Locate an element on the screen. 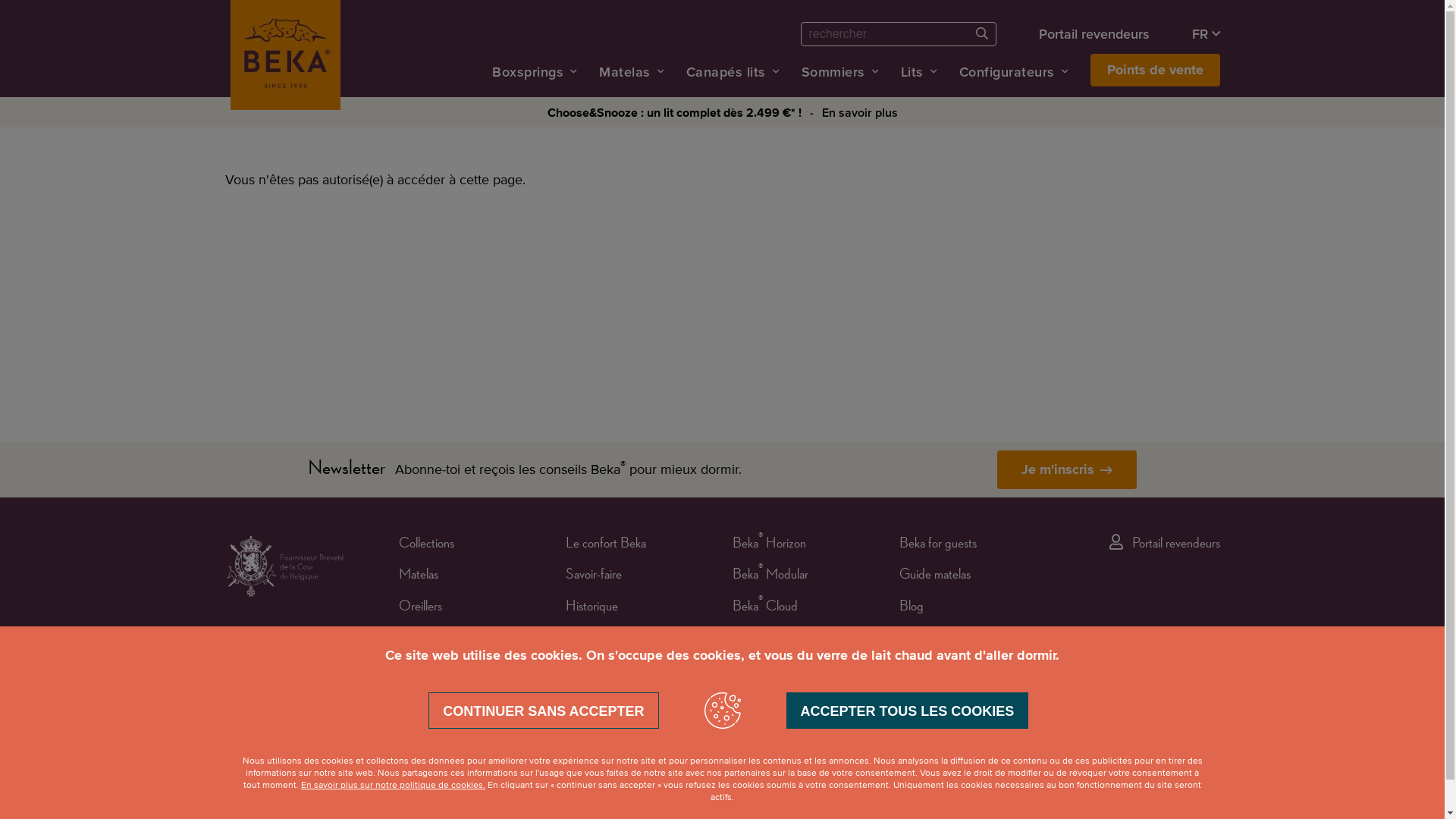  'En savoir plus sur notre politique de cookies.' is located at coordinates (393, 785).